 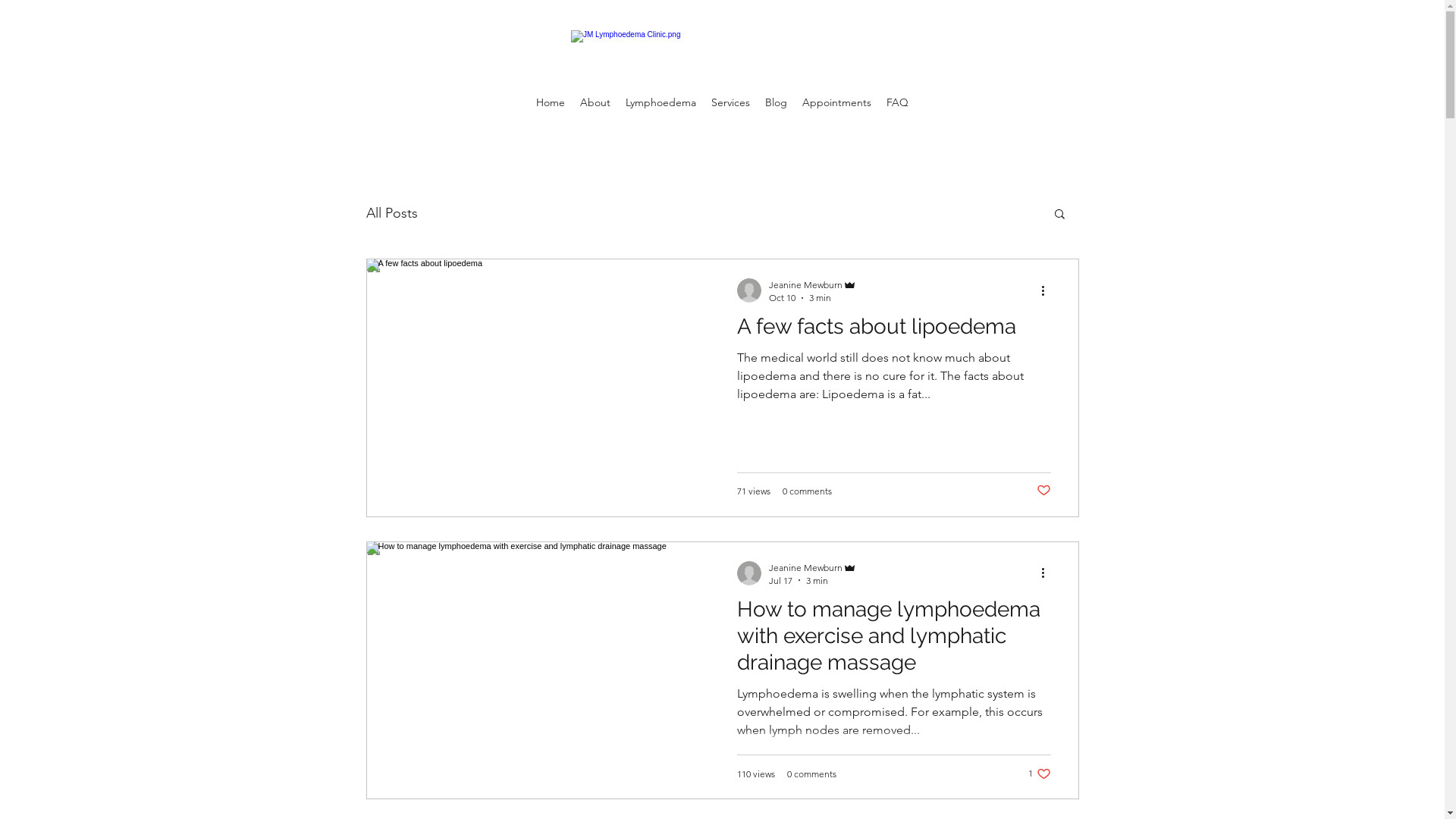 I want to click on '0 comments', so click(x=811, y=773).